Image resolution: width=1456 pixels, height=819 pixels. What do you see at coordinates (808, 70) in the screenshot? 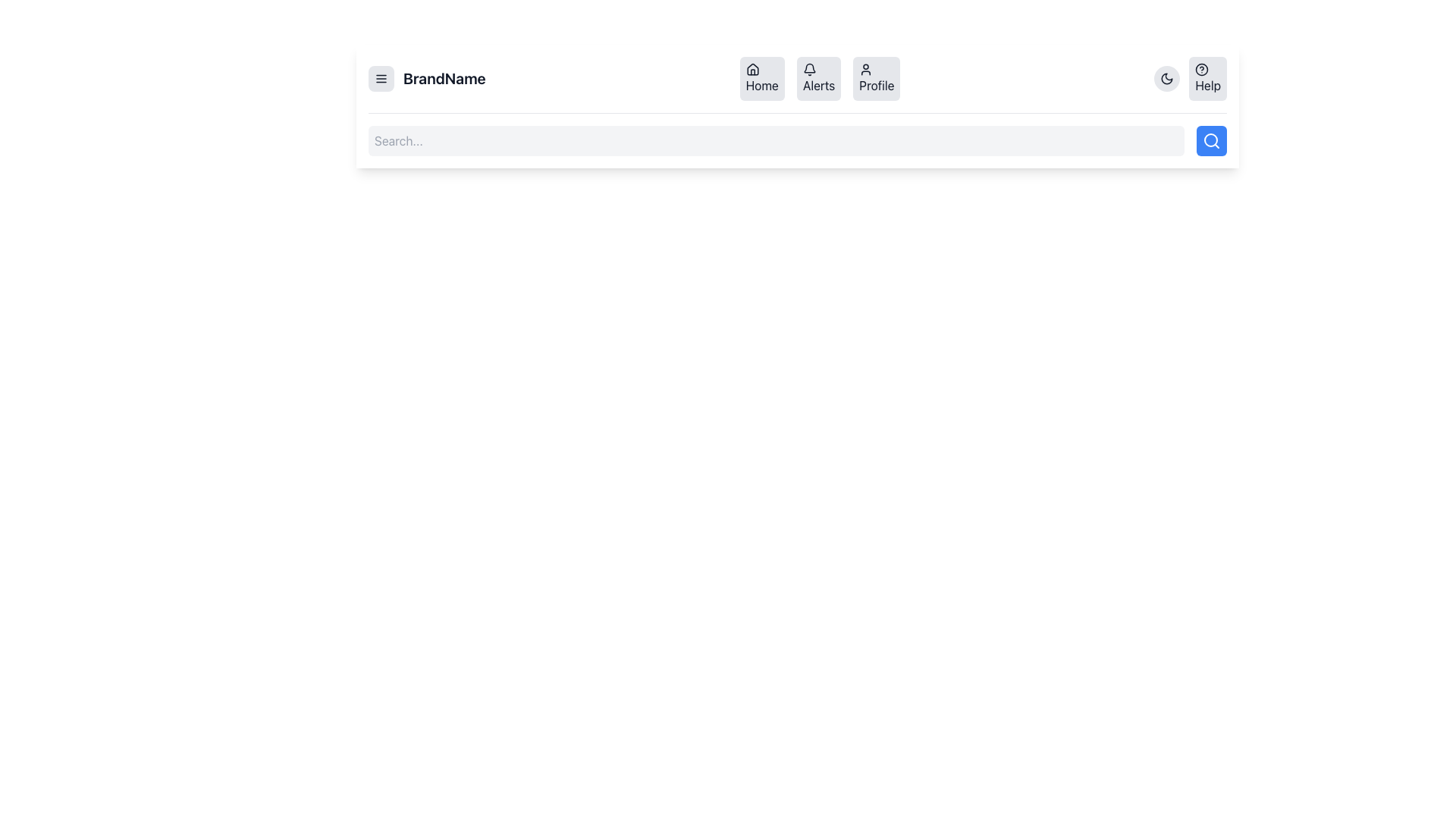
I see `the minimalist black outline bell icon located inside the 'Alerts' button in the top navigation bar, which is positioned between the 'Home' and 'Profile' buttons` at bounding box center [808, 70].